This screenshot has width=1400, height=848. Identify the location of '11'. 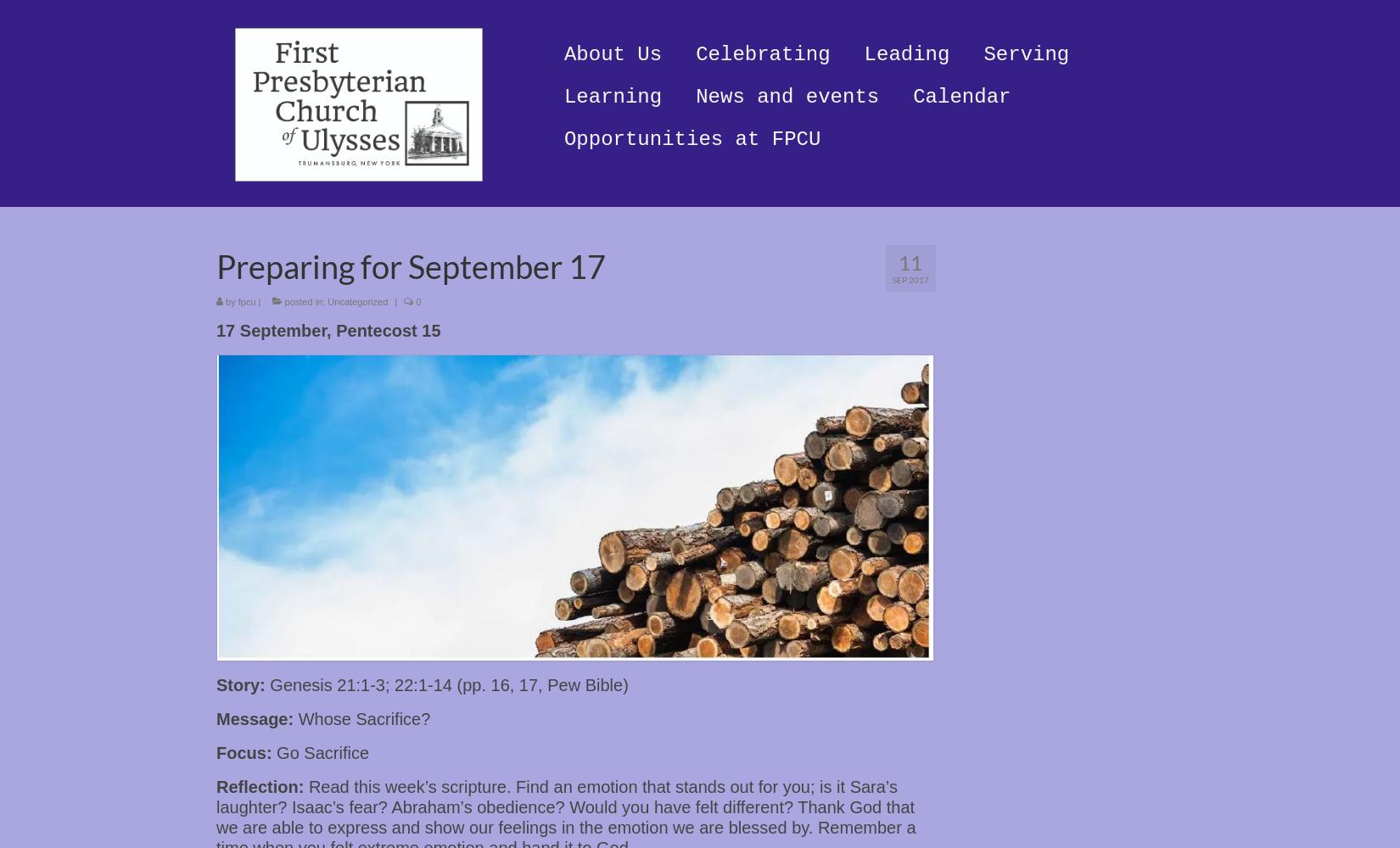
(910, 261).